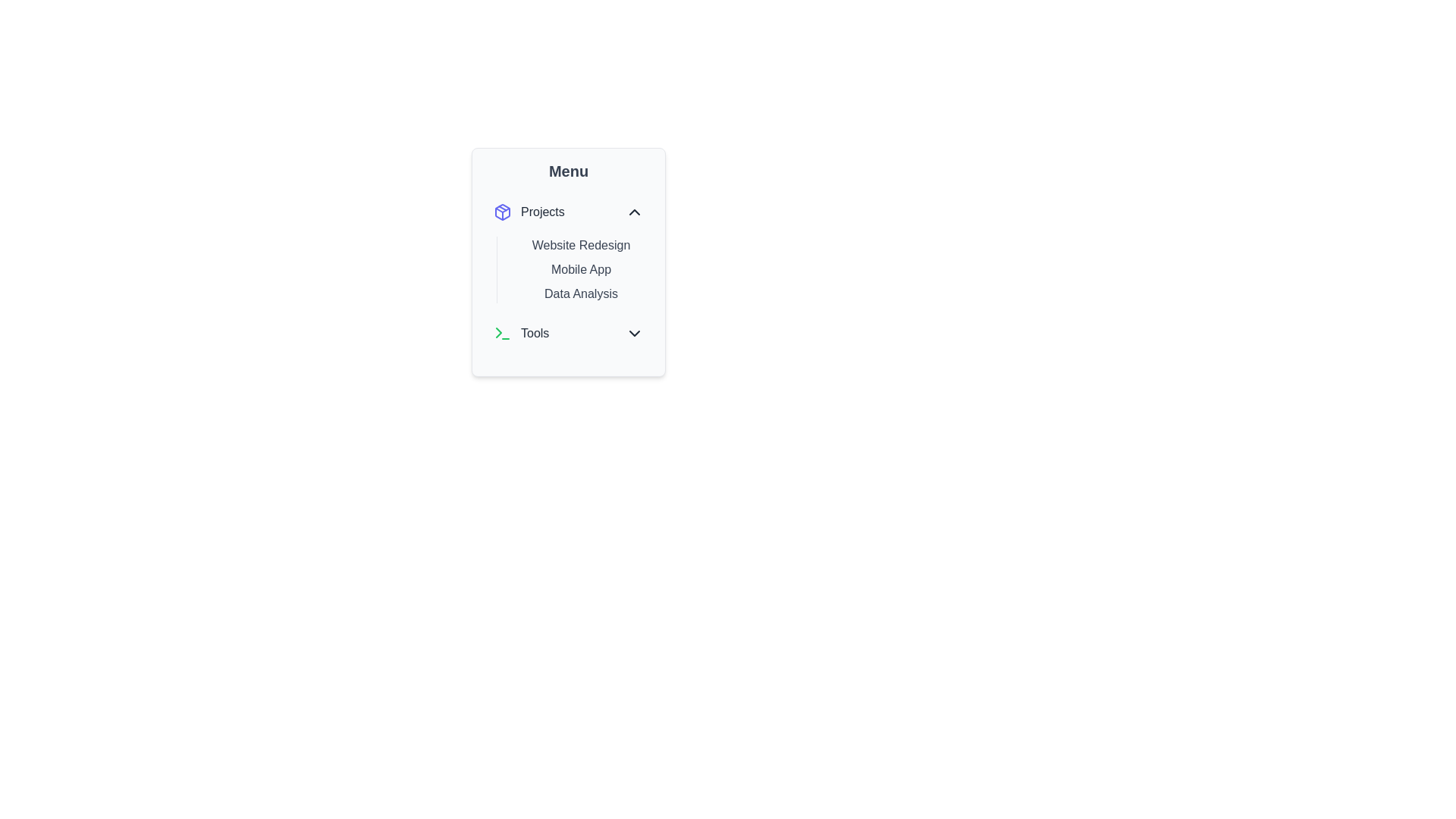 The image size is (1456, 819). Describe the element at coordinates (634, 332) in the screenshot. I see `the chevron icon at the far right of the 'Tools' menu` at that location.